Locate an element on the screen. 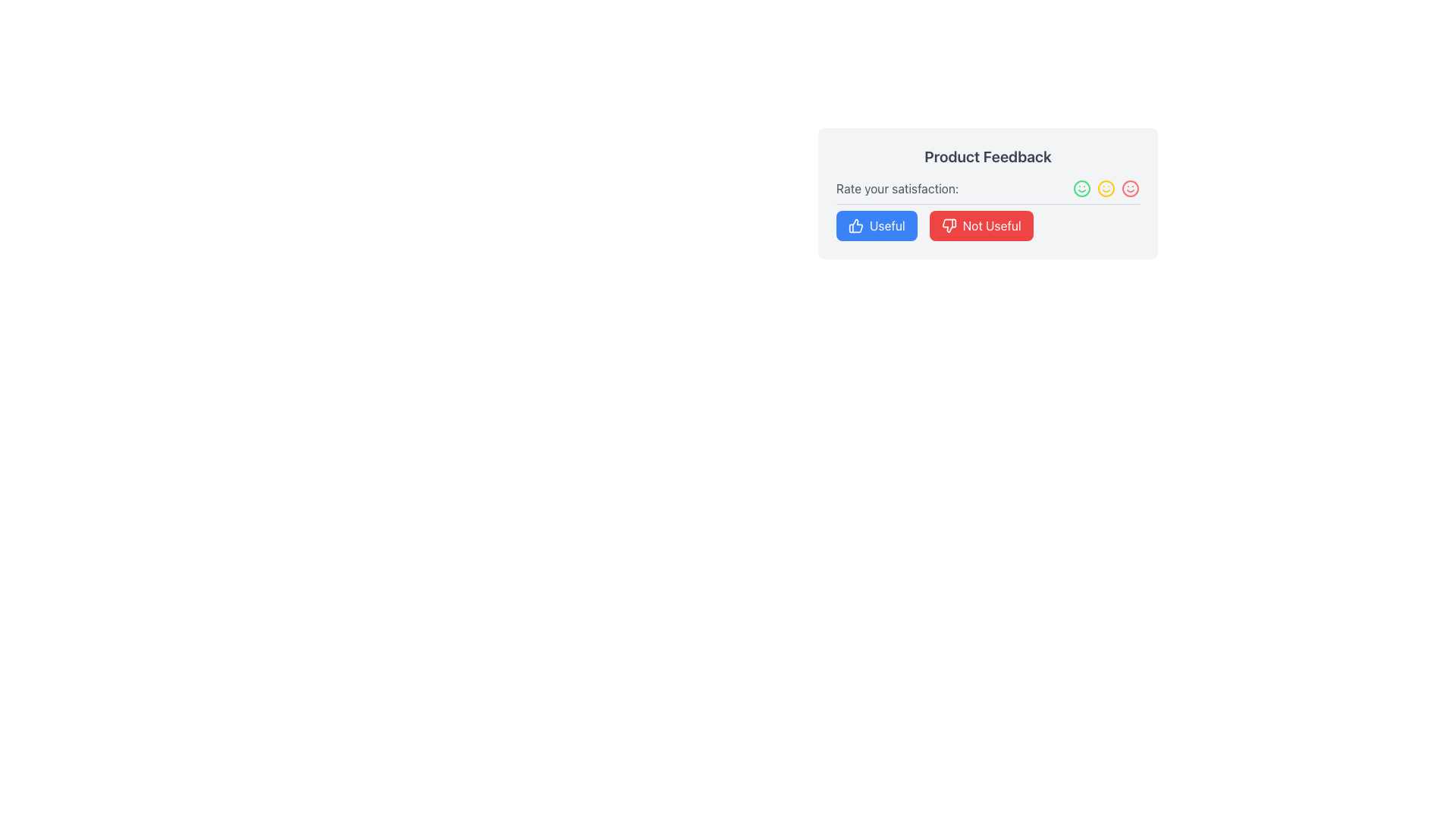  the thumbs-down icon in the 'Not Useful' button located on the right side of the button group at the bottom of the feedback section for additional functionality is located at coordinates (948, 225).